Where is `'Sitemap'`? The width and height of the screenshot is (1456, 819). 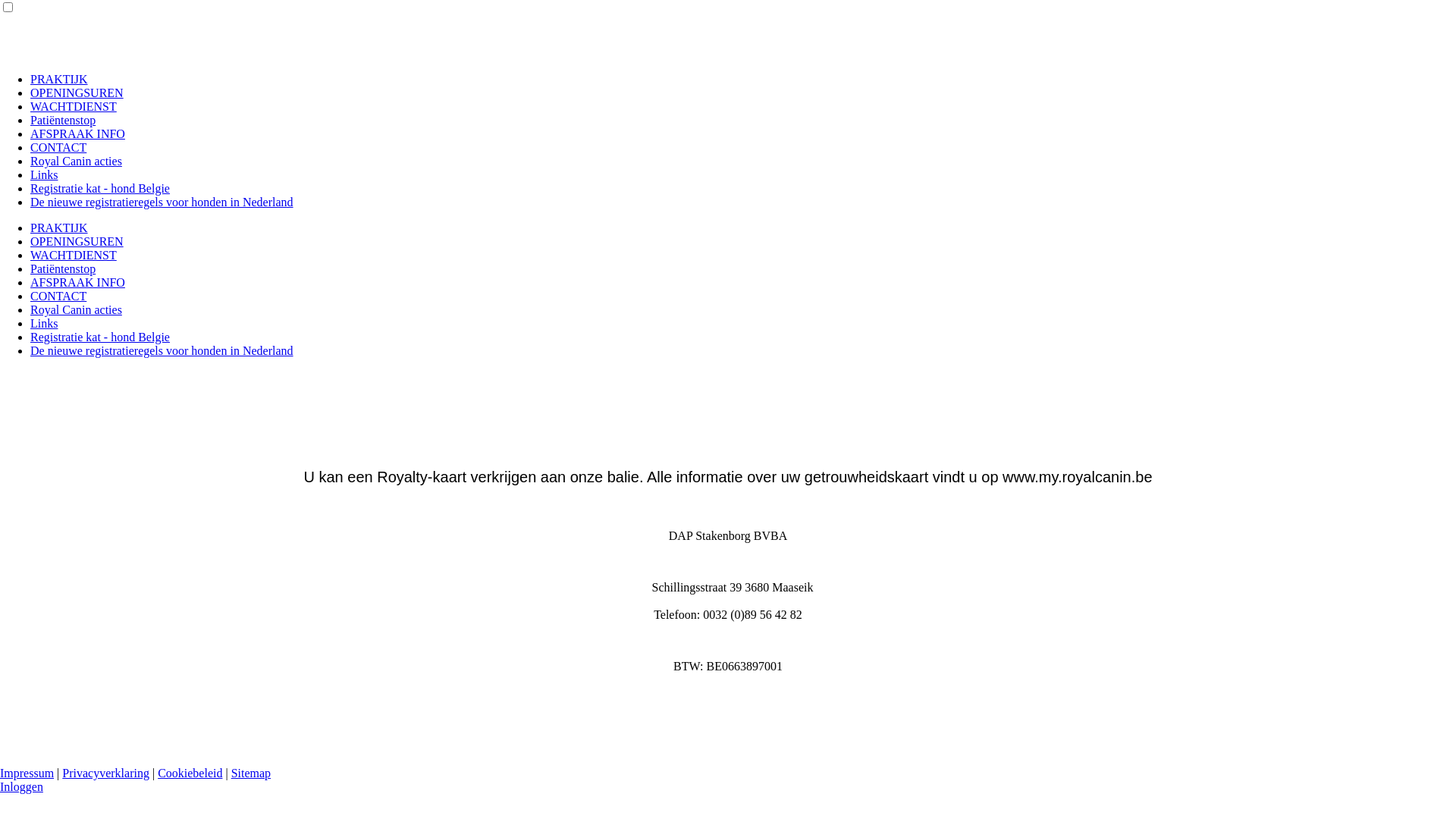
'Sitemap' is located at coordinates (231, 773).